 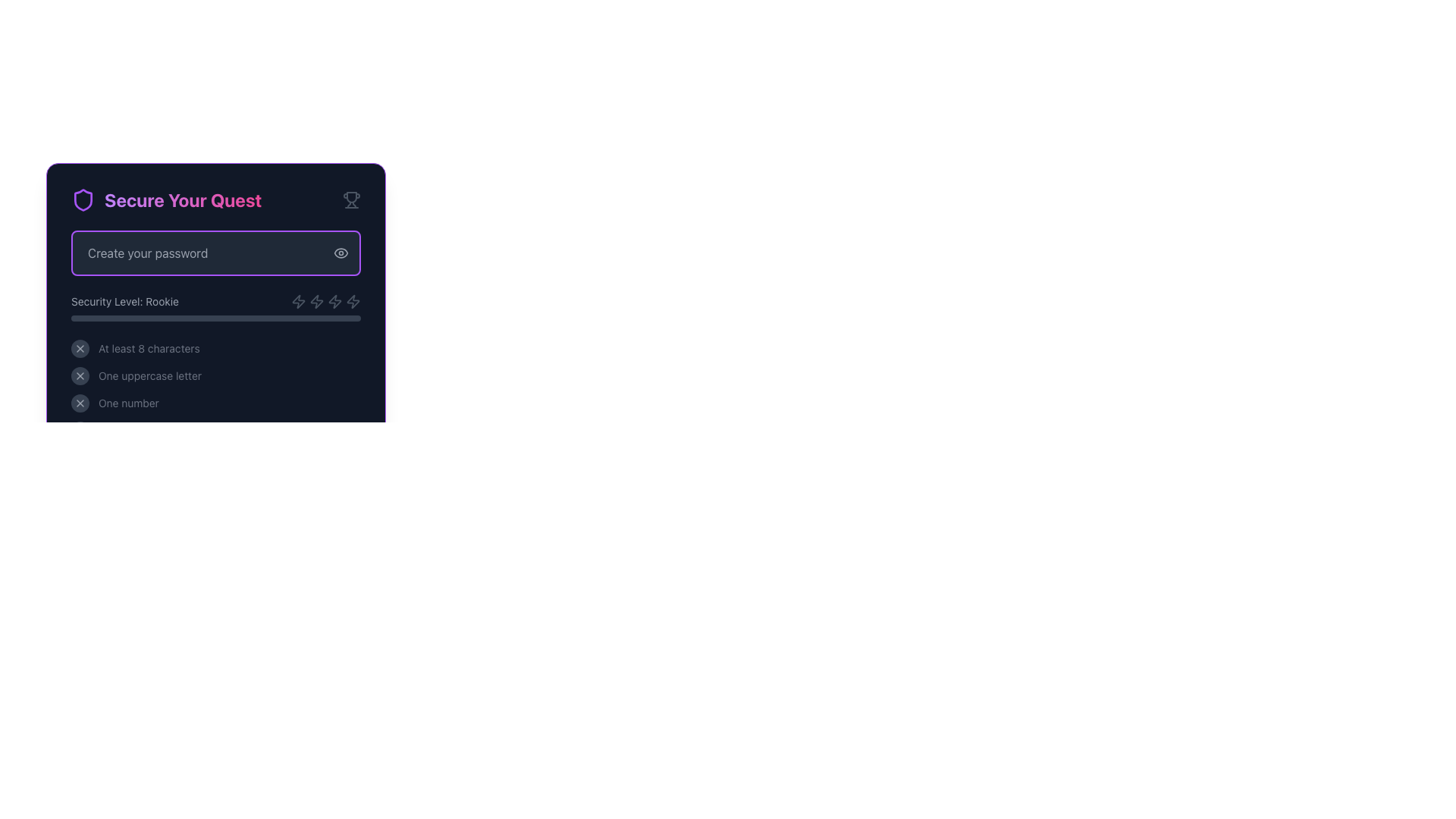 What do you see at coordinates (298, 301) in the screenshot?
I see `the lightning bolt icon, which is the first in a horizontal sequence of icons beneath the 'Security Level: Rookie' label` at bounding box center [298, 301].